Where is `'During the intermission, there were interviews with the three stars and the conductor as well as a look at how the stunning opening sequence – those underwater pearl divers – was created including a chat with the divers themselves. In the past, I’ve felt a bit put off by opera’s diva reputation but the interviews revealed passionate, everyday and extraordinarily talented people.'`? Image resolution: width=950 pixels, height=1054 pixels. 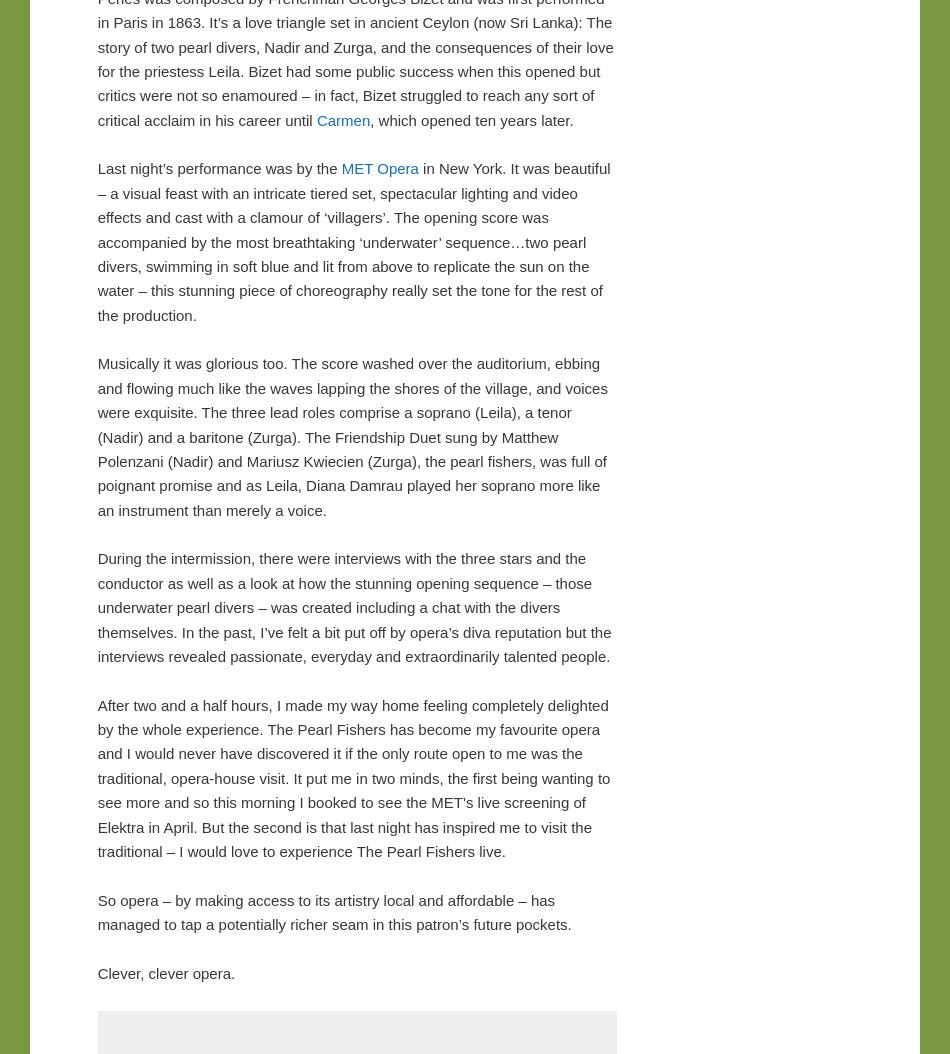 'During the intermission, there were interviews with the three stars and the conductor as well as a look at how the stunning opening sequence – those underwater pearl divers – was created including a chat with the divers themselves. In the past, I’ve felt a bit put off by opera’s diva reputation but the interviews revealed passionate, everyday and extraordinarily talented people.' is located at coordinates (352, 605).